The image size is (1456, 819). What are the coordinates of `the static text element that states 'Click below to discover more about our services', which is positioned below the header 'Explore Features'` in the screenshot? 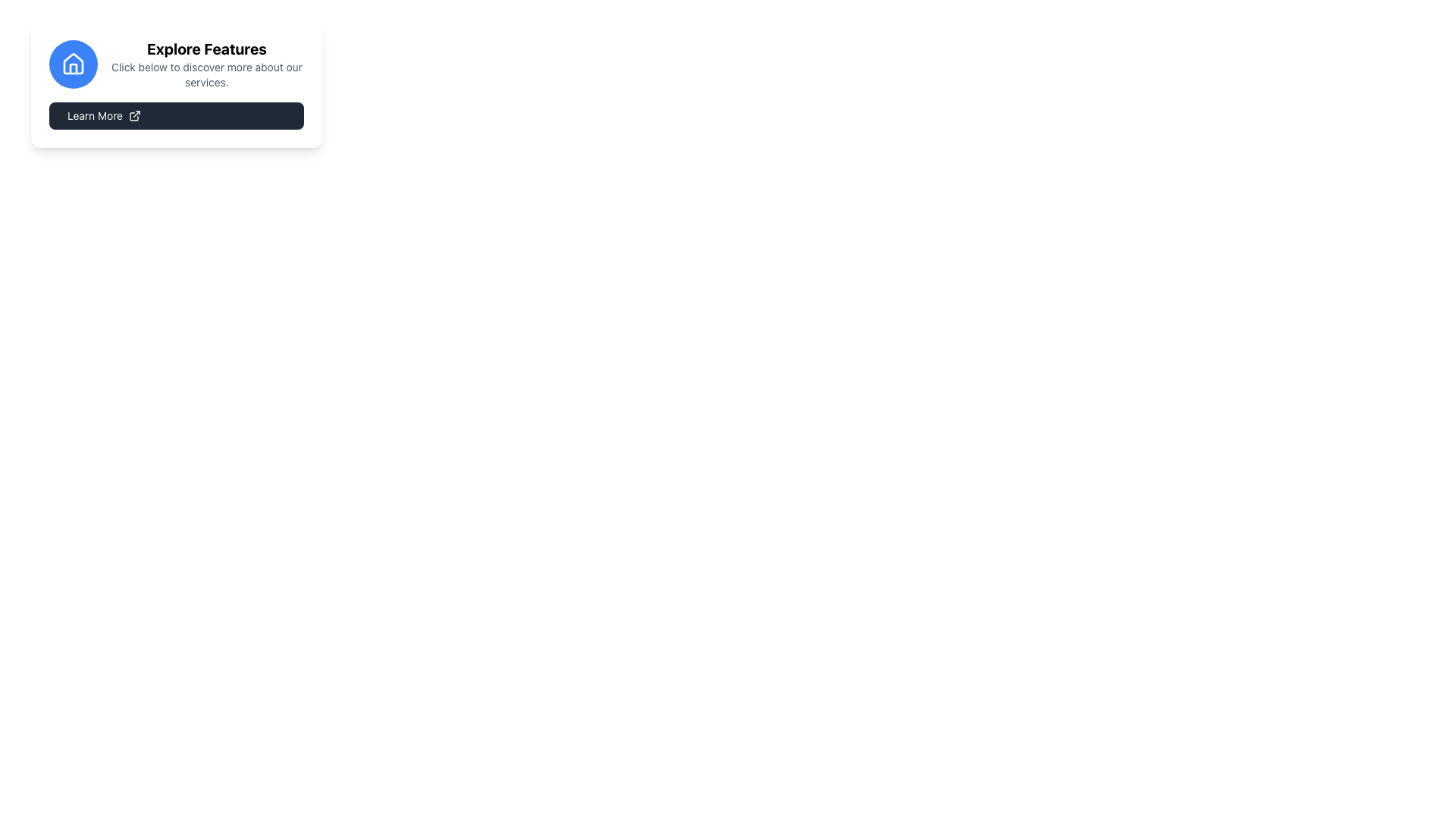 It's located at (206, 75).